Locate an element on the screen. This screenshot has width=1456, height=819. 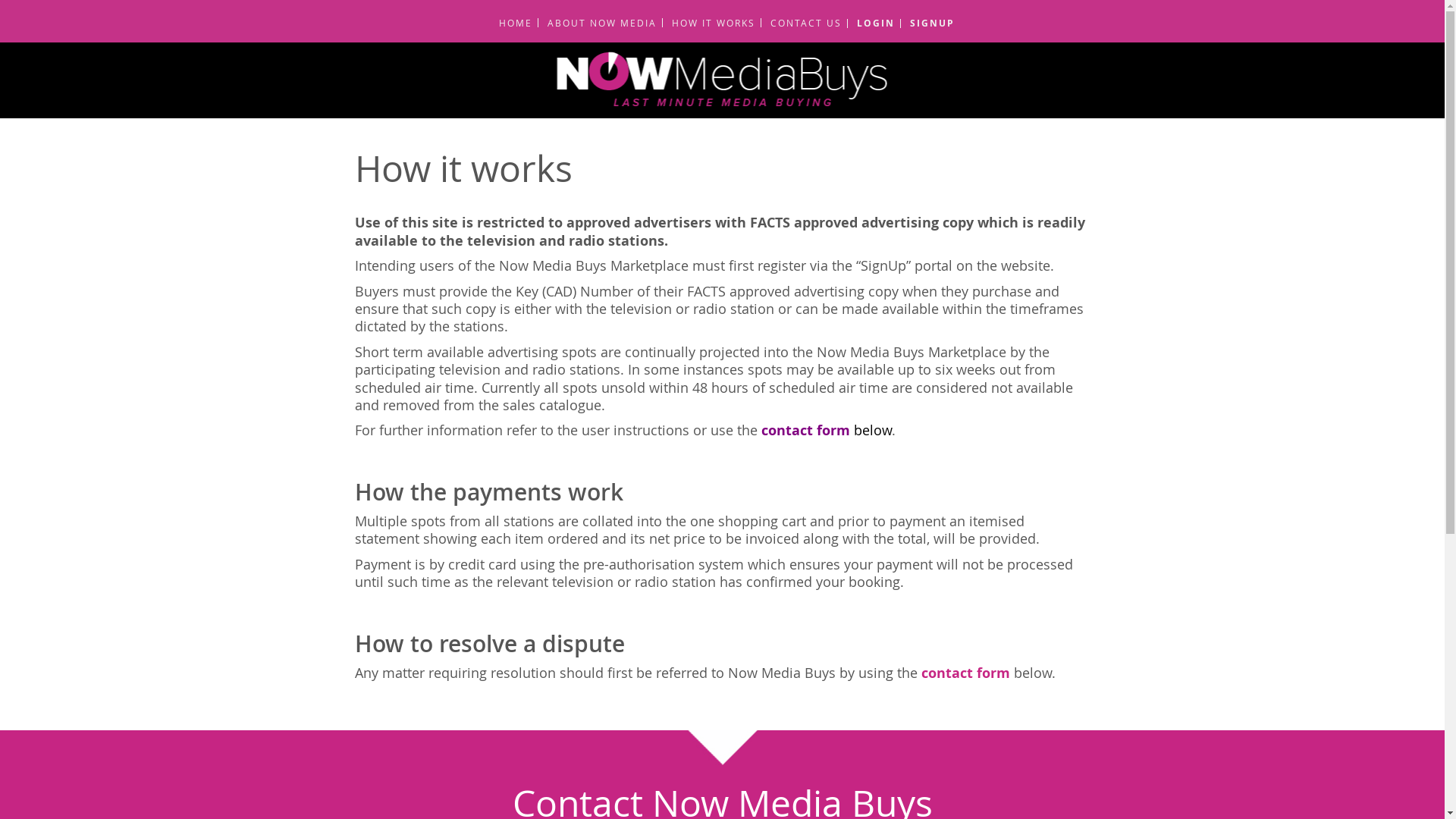
'ABOUT NOW MEDIA' is located at coordinates (596, 23).